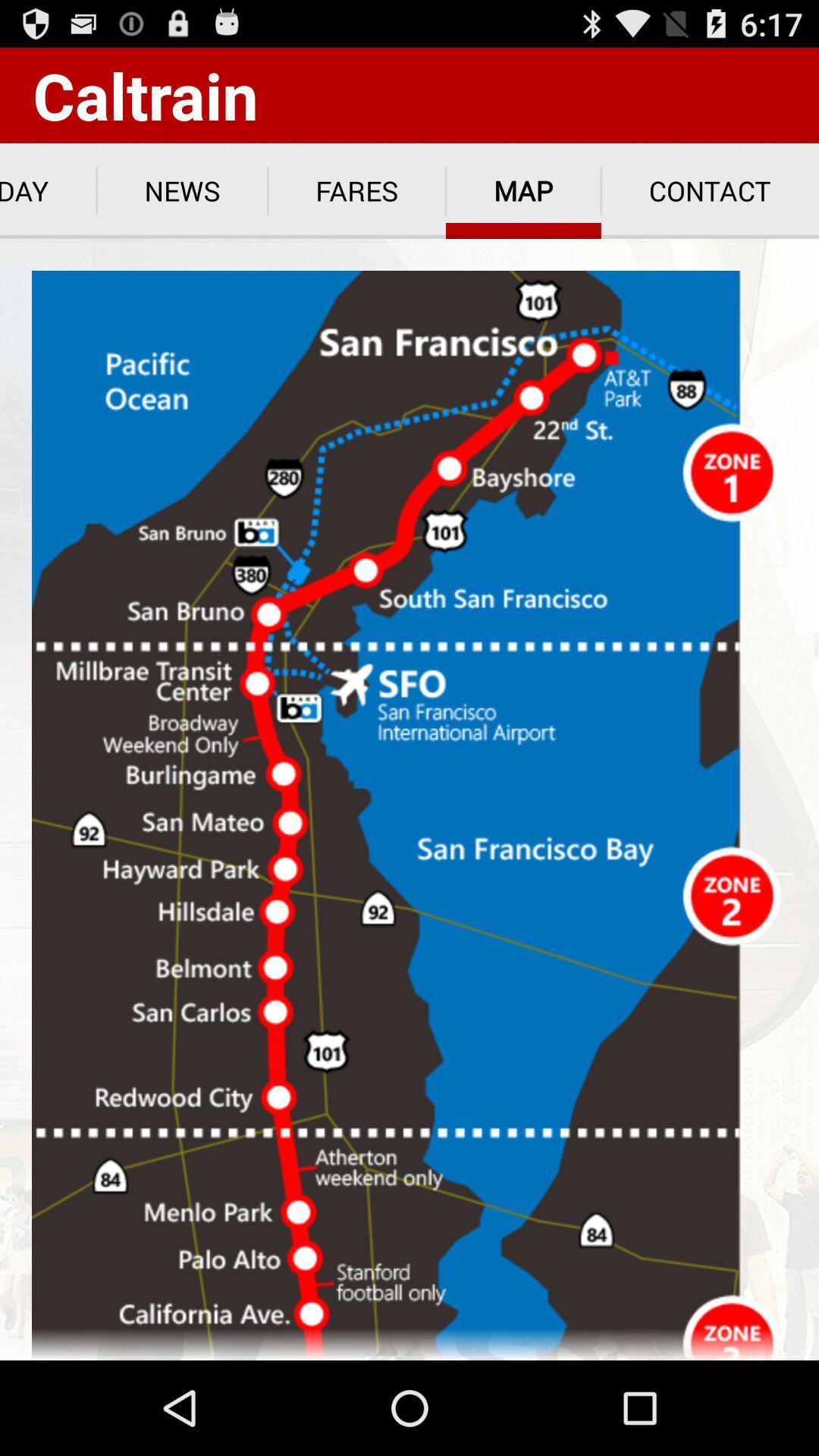 The width and height of the screenshot is (819, 1456). What do you see at coordinates (47, 190) in the screenshot?
I see `today` at bounding box center [47, 190].